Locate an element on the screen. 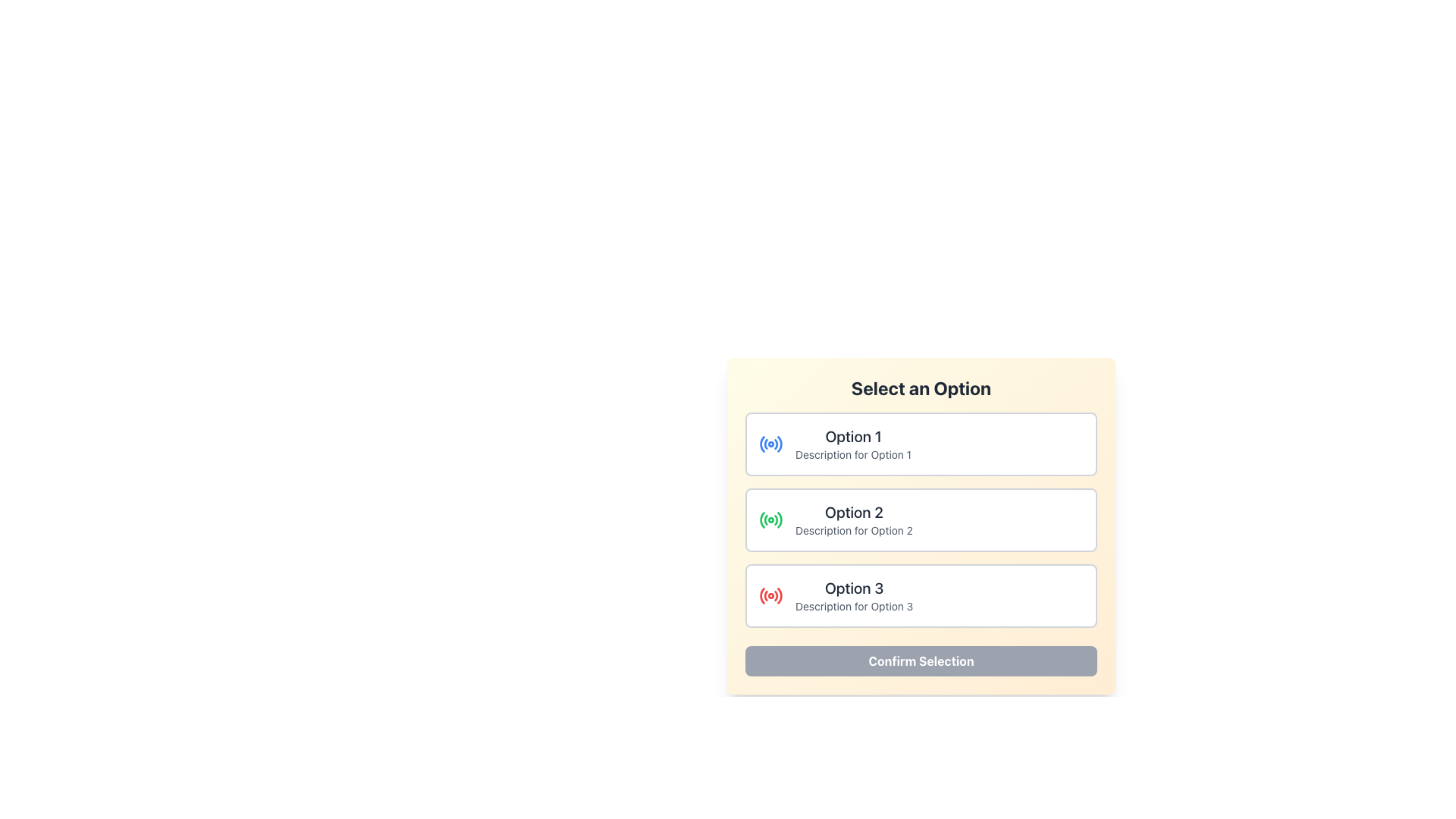 The height and width of the screenshot is (819, 1456). descriptions of the selectable options located in the option group positioned below the title 'Select an Option' and above the 'Confirm Selection' button is located at coordinates (920, 519).